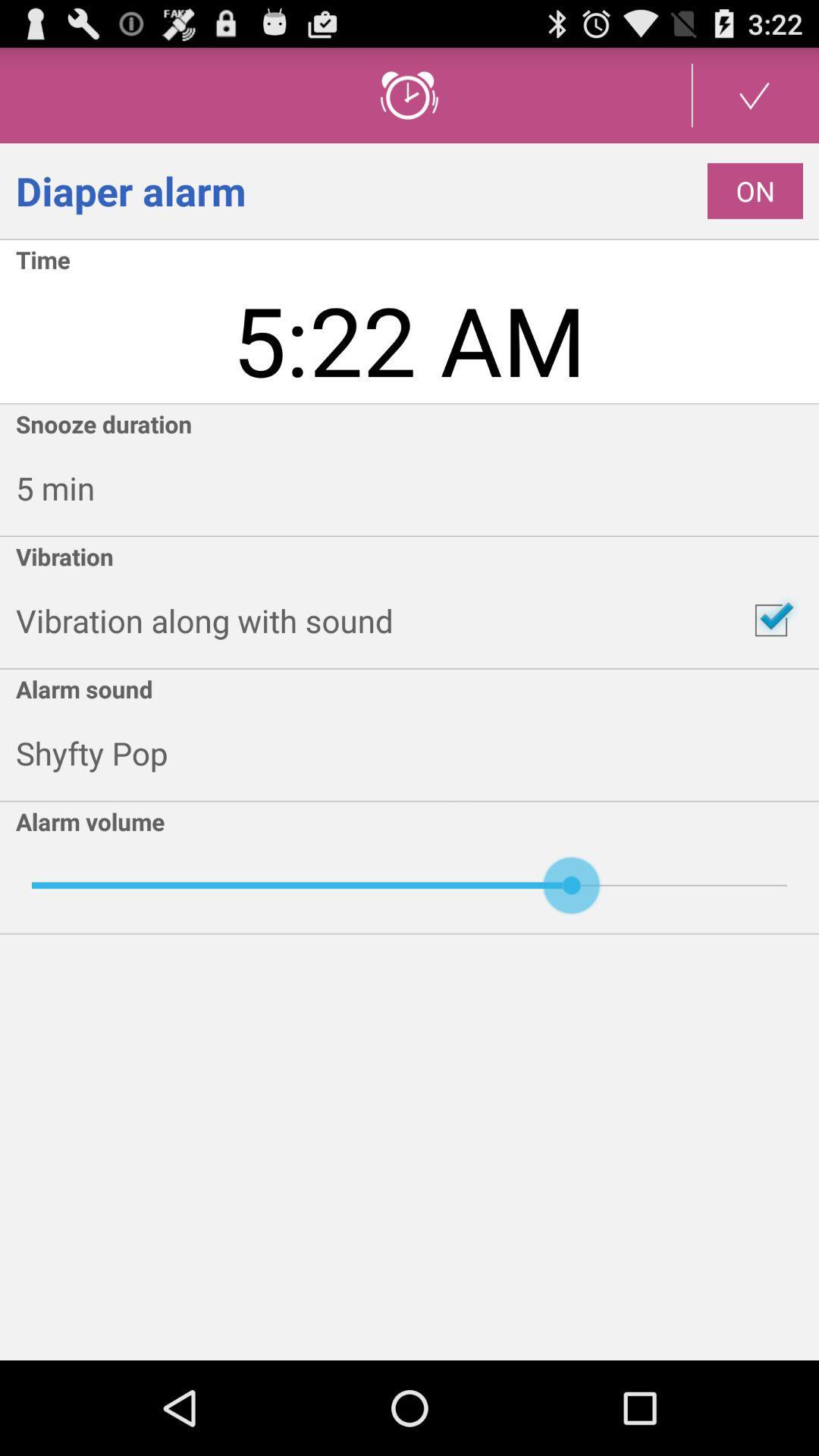  Describe the element at coordinates (771, 620) in the screenshot. I see `icon next to vibration along with icon` at that location.